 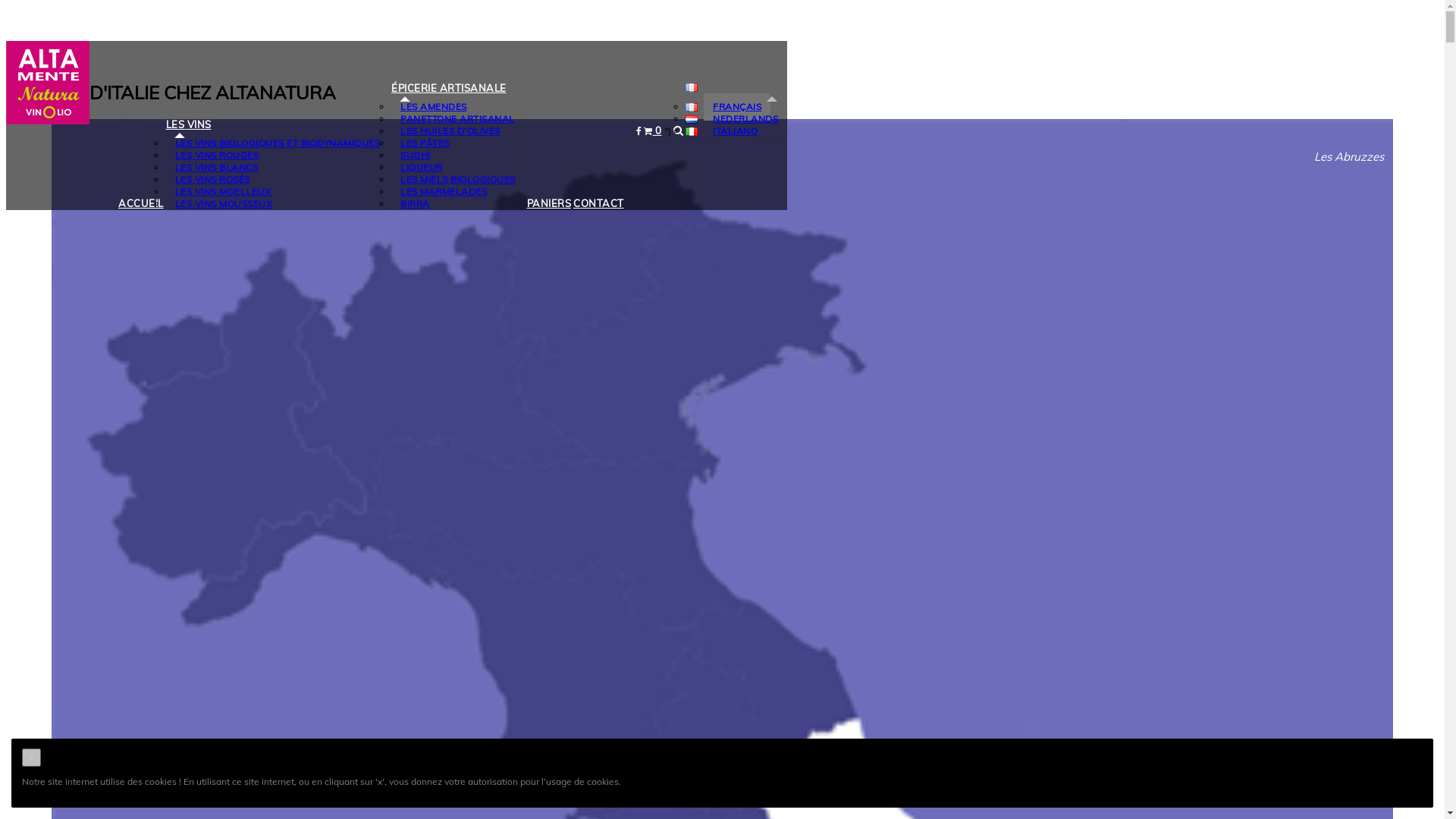 I want to click on 'LES AMENDES', so click(x=432, y=106).